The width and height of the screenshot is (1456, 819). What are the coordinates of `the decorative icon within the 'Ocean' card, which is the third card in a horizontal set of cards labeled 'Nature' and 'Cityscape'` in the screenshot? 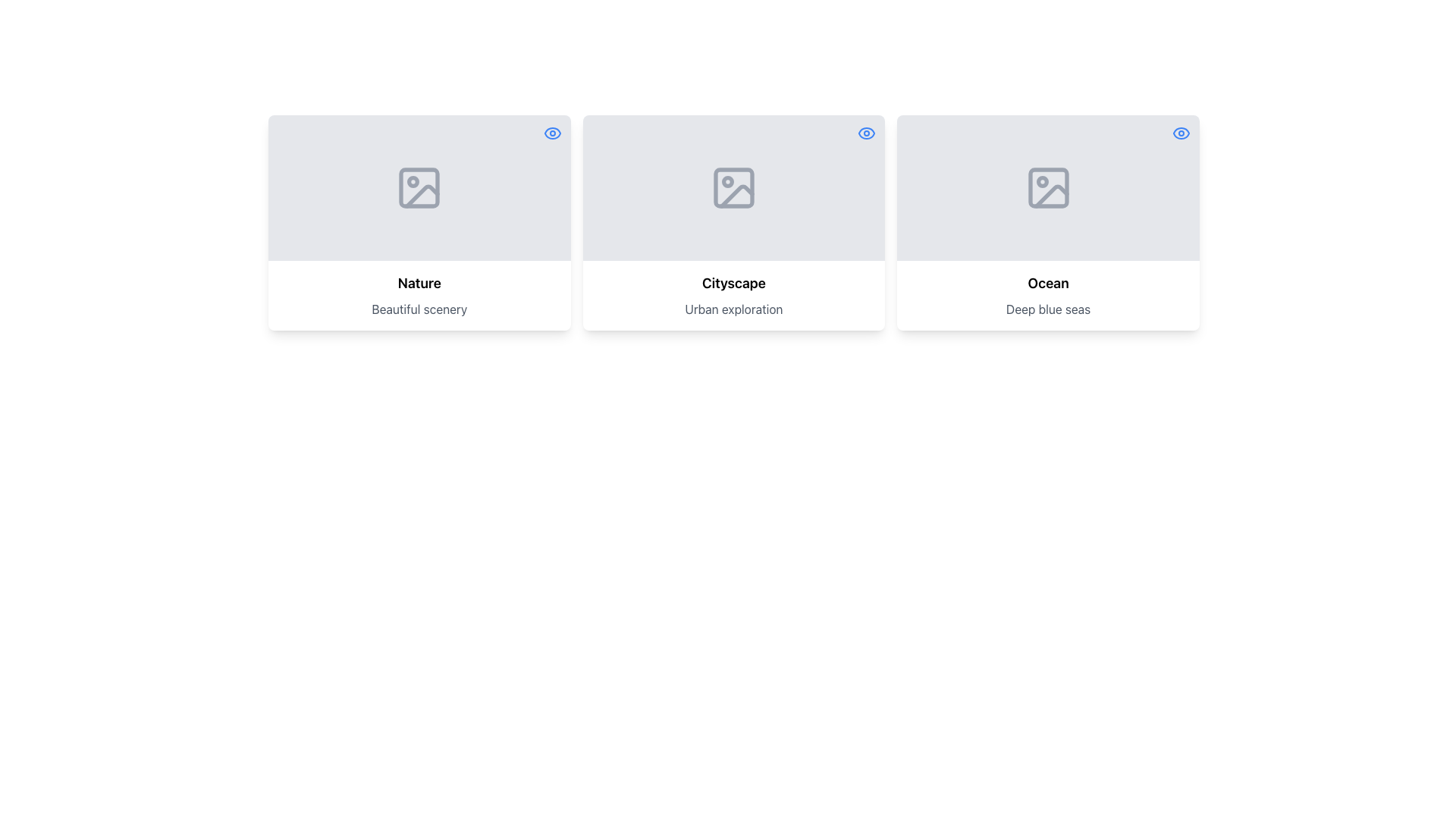 It's located at (1047, 187).